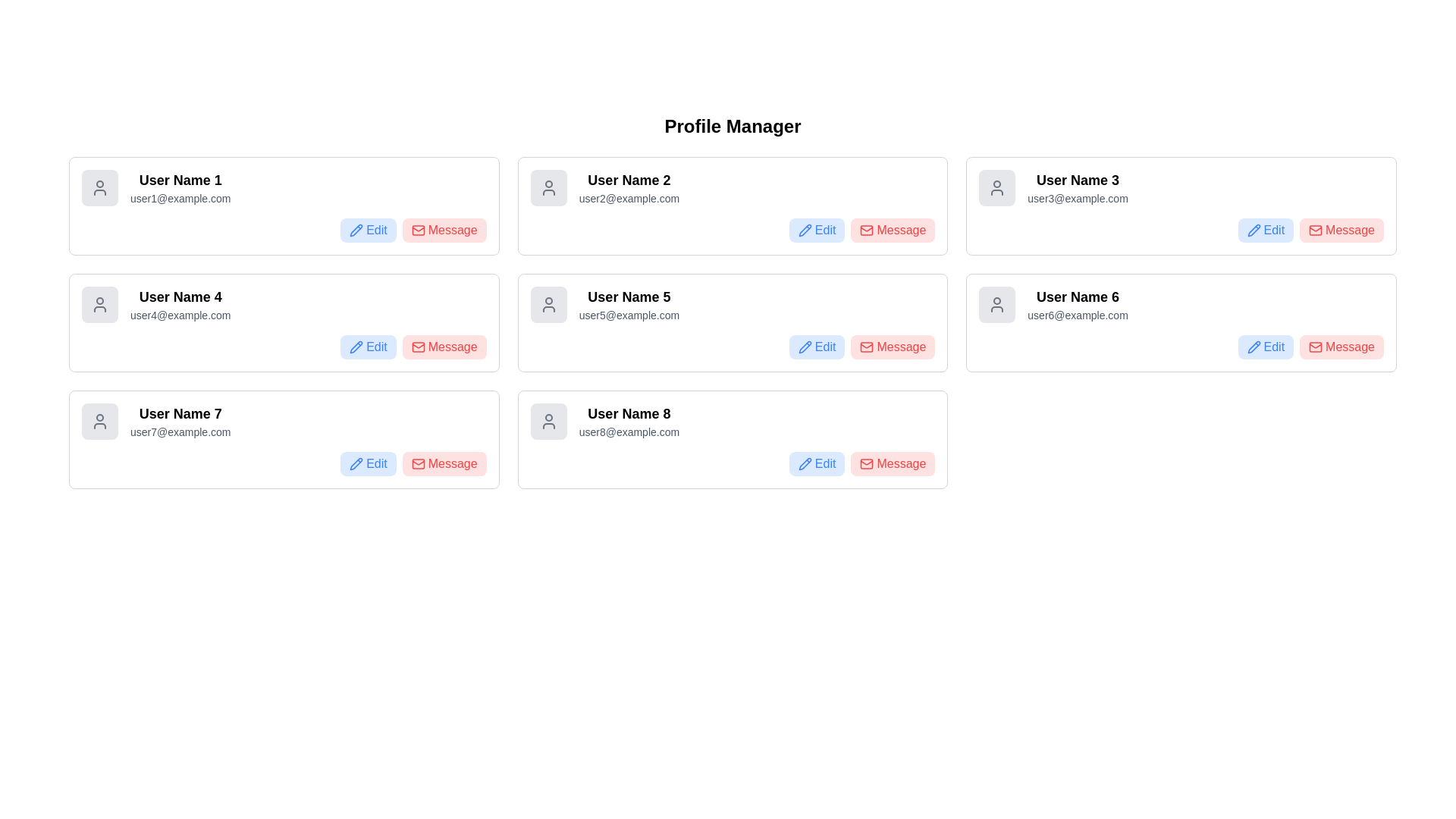 The image size is (1456, 819). What do you see at coordinates (548, 304) in the screenshot?
I see `the user icon representing 'User Name 5' located in the upper-left corner of the card next to the text label` at bounding box center [548, 304].